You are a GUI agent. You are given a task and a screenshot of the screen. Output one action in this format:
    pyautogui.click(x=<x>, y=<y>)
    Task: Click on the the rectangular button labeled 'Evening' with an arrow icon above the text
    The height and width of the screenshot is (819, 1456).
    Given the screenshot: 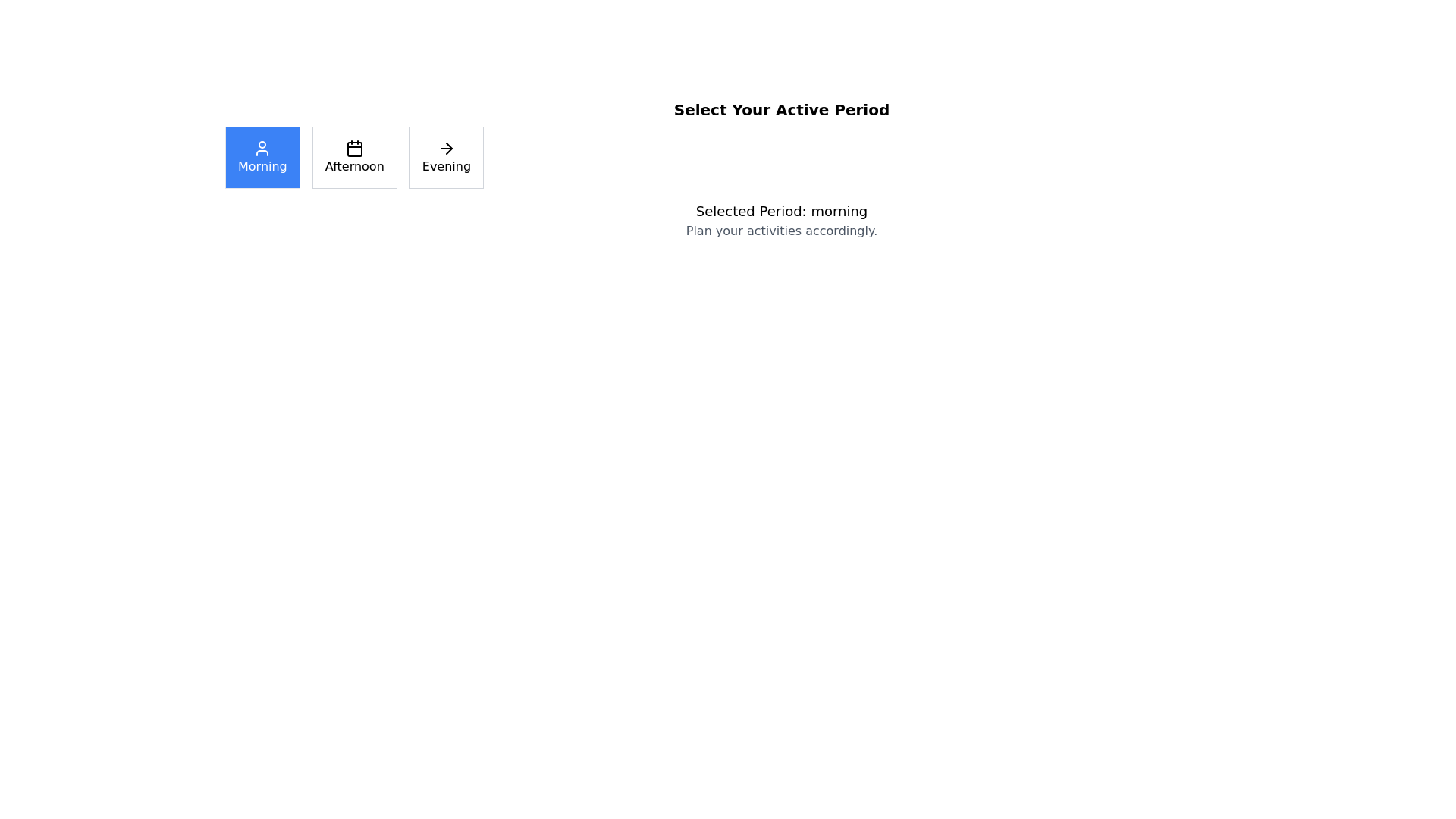 What is the action you would take?
    pyautogui.click(x=445, y=158)
    